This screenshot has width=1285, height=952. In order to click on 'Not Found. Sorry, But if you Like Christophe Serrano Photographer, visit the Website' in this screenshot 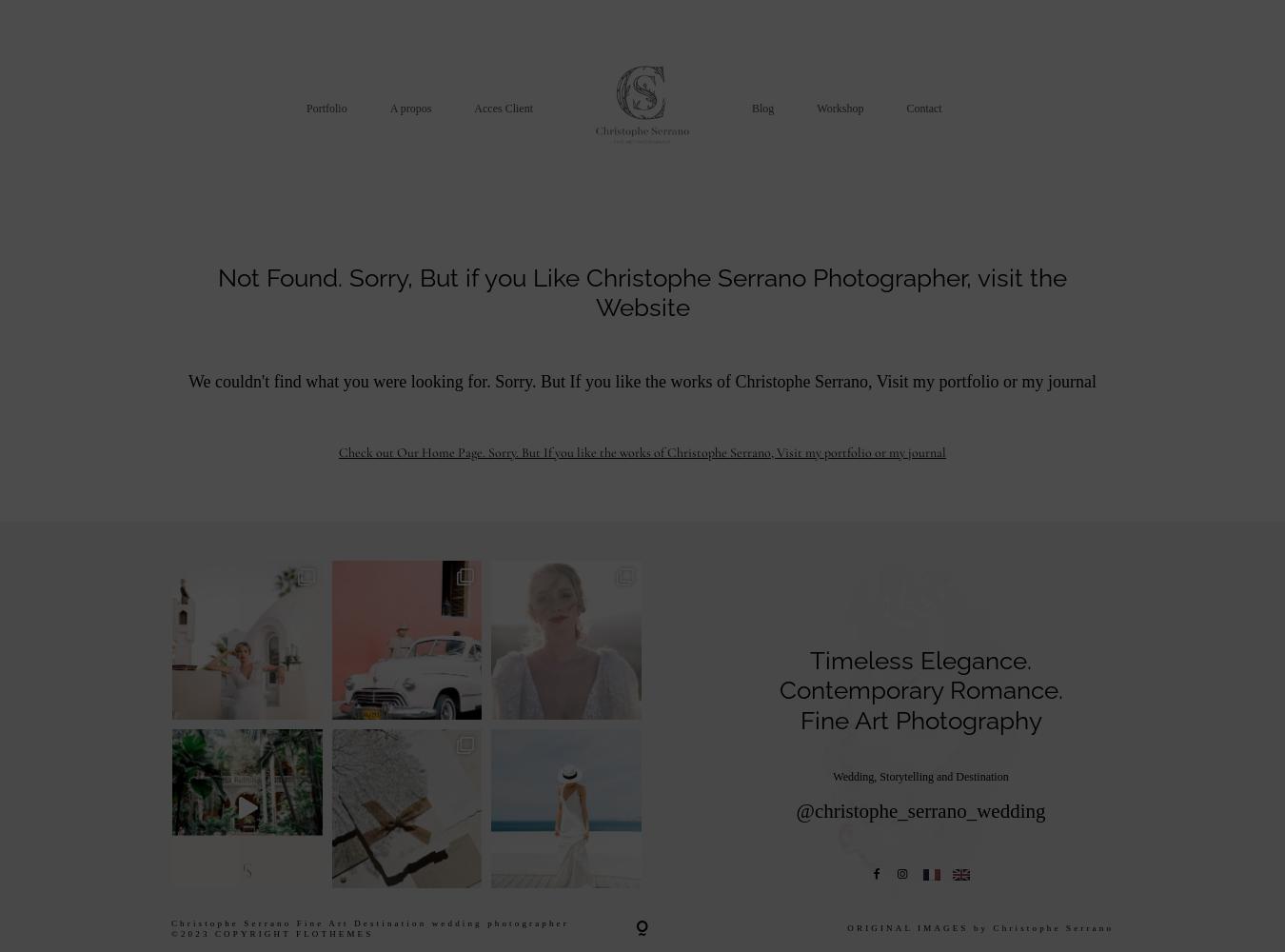, I will do `click(642, 292)`.